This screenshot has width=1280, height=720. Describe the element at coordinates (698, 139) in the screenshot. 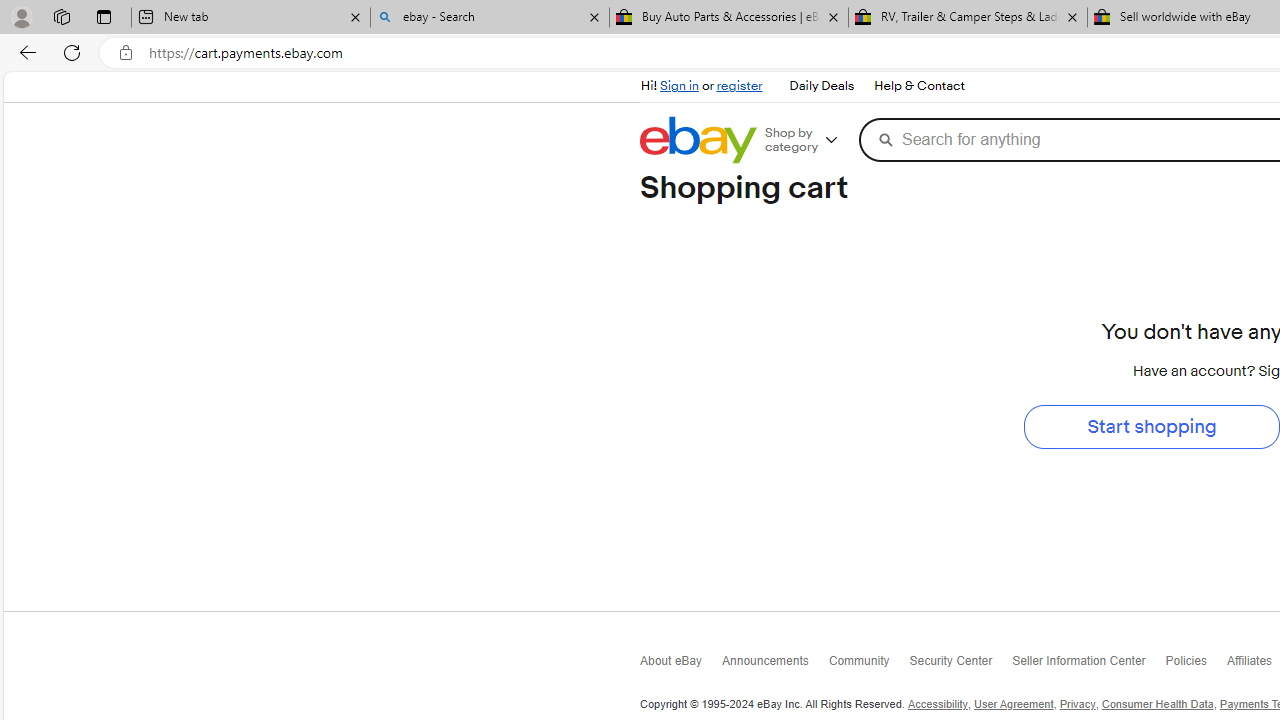

I see `'eBay Home'` at that location.